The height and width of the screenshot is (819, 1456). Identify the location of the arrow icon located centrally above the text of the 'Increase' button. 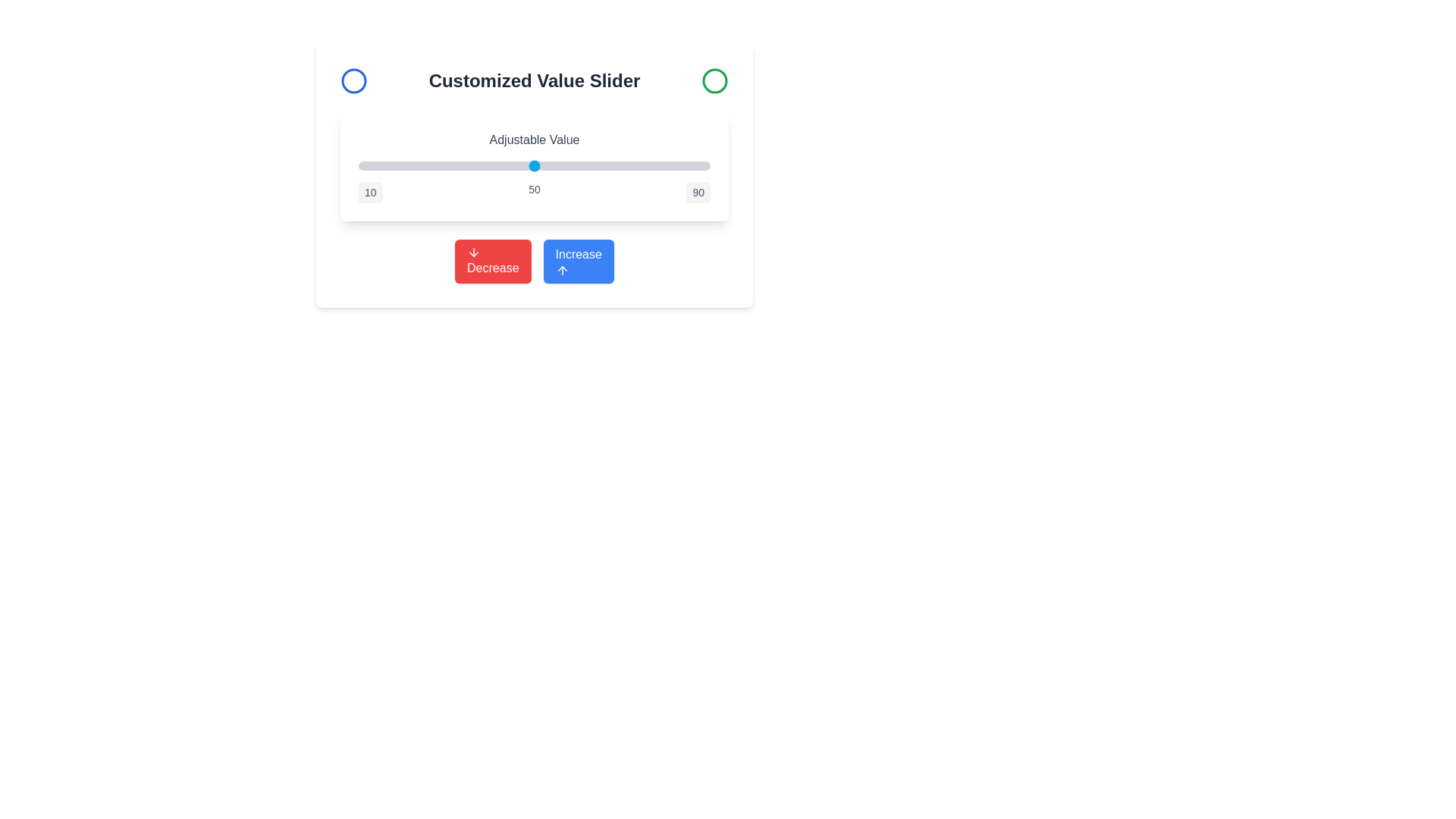
(561, 270).